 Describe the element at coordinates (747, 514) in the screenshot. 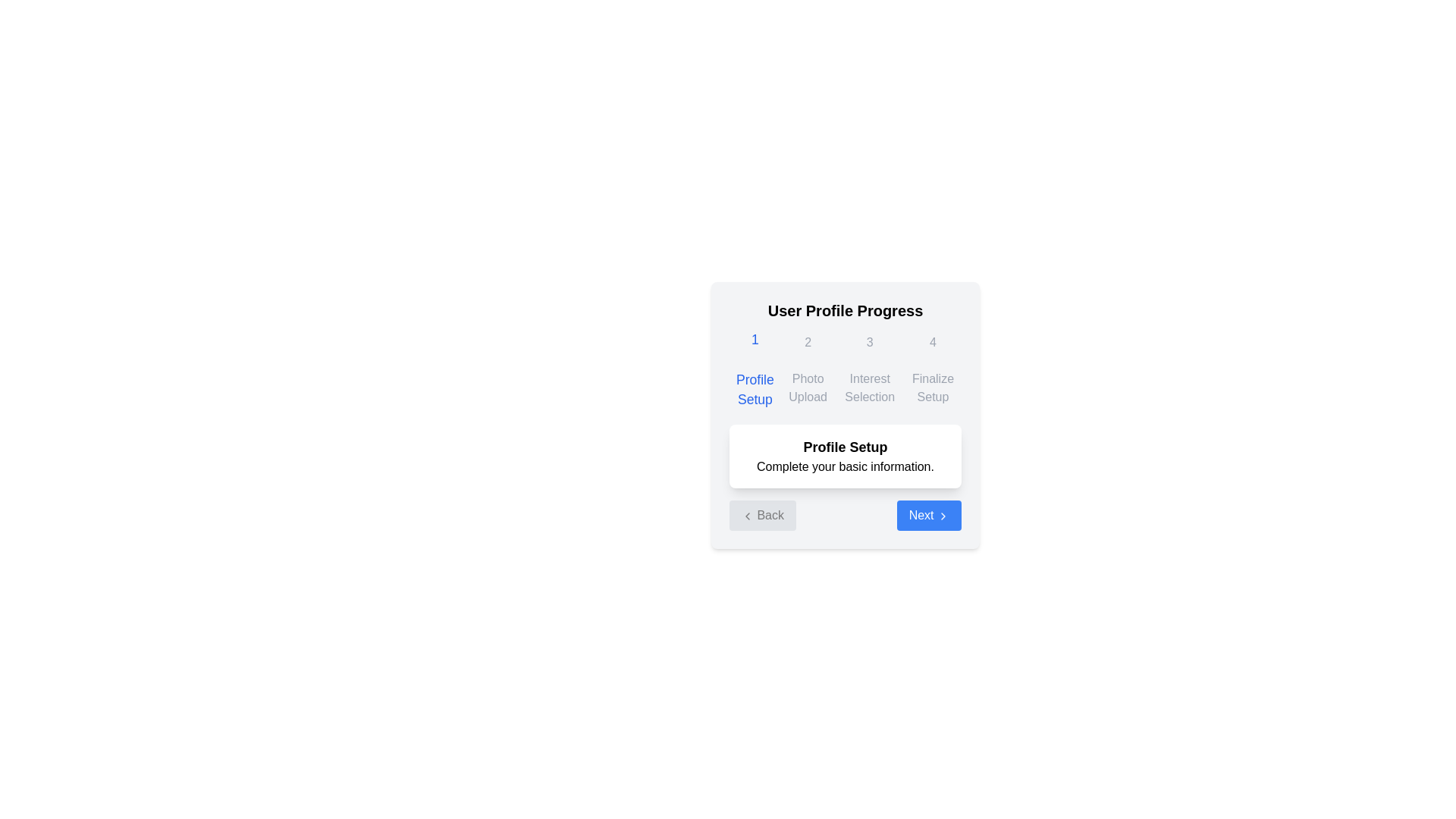

I see `the leftward-pointing chevron icon of the 'Back' button located at the bottom left of the content box` at that location.